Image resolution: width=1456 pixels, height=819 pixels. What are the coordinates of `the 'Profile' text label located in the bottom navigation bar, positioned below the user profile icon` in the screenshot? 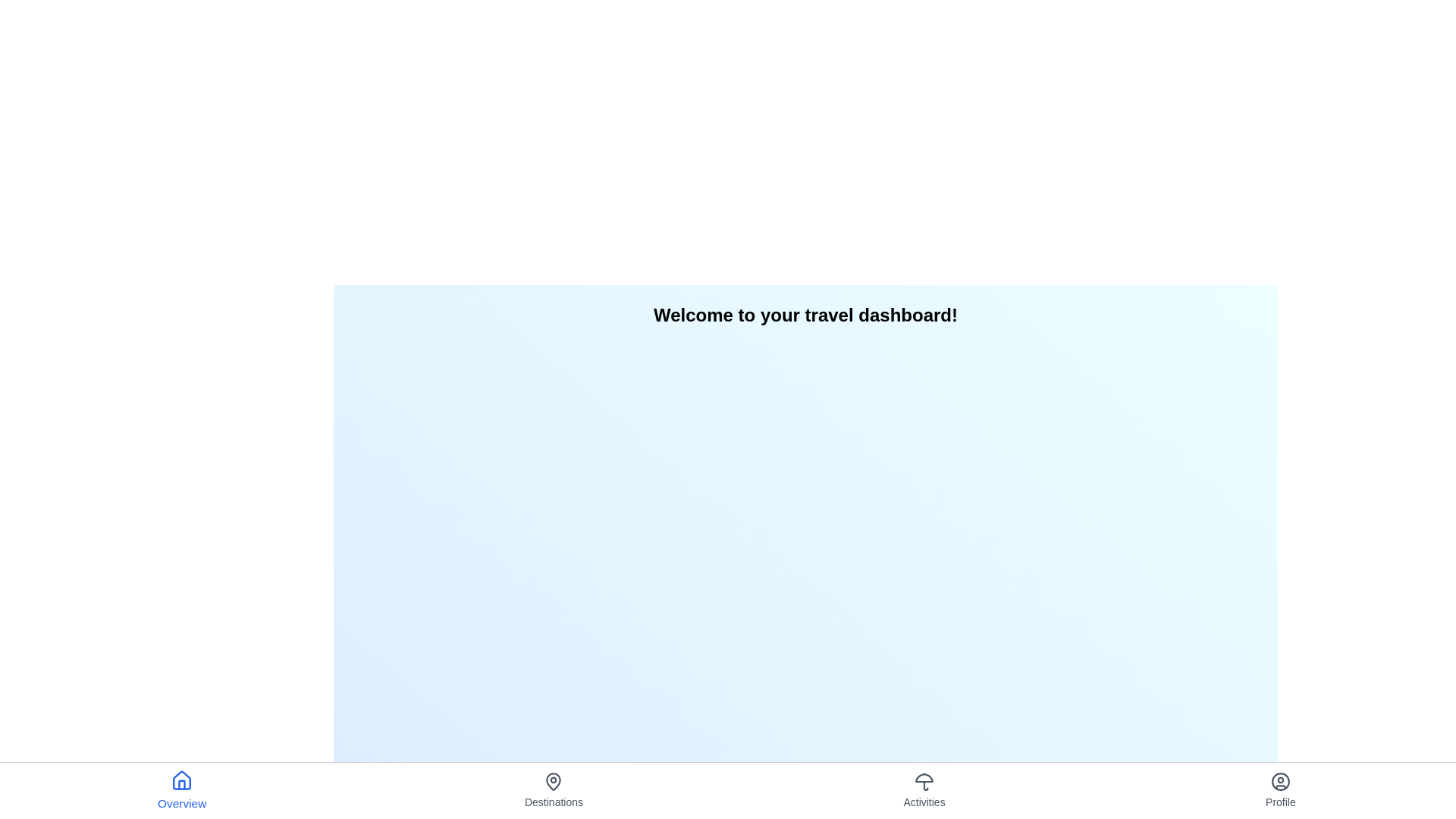 It's located at (1279, 801).